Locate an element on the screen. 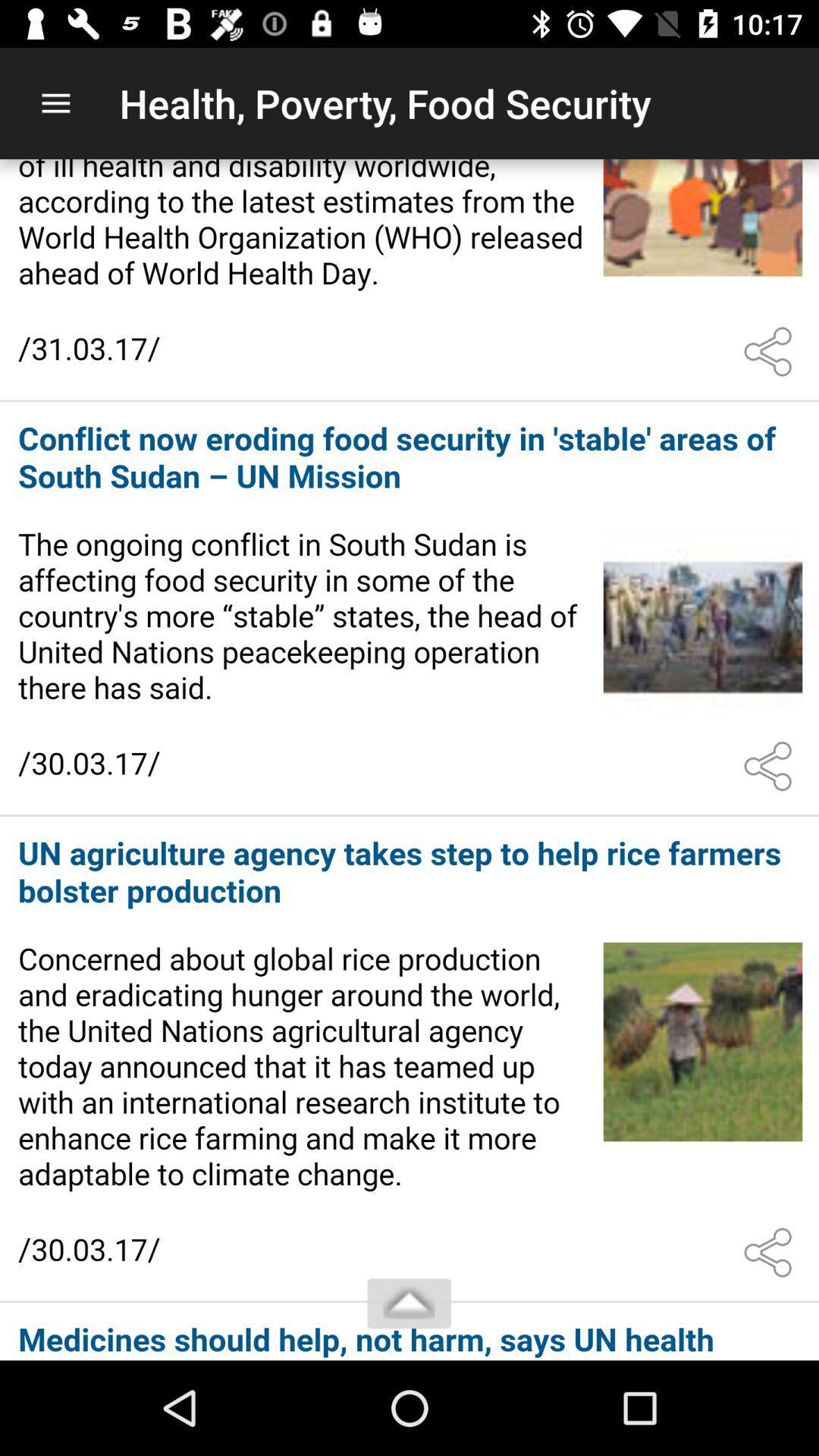 The height and width of the screenshot is (1456, 819). share is located at coordinates (771, 351).